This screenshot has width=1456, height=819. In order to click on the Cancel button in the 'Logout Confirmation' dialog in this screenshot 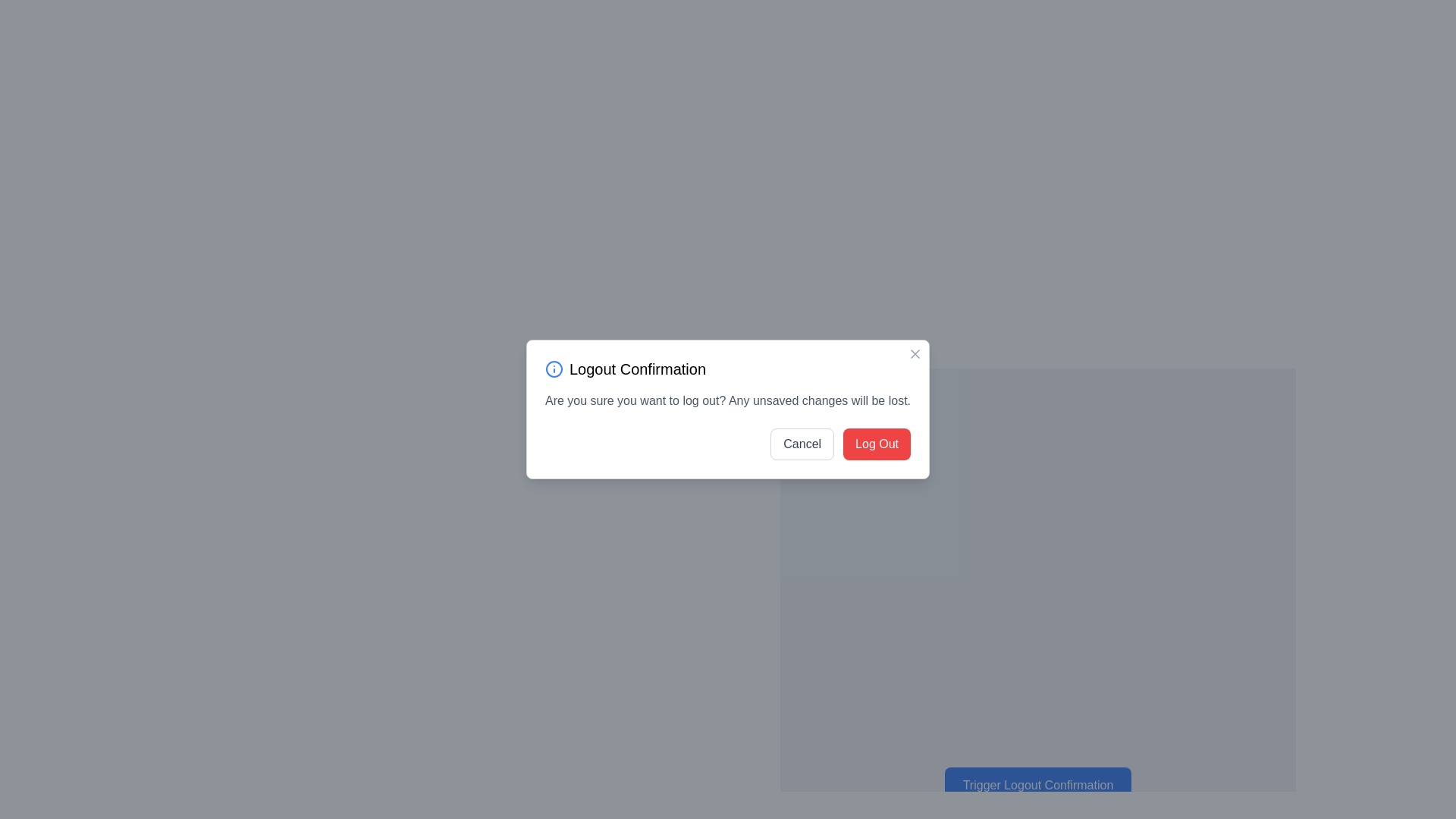, I will do `click(802, 444)`.